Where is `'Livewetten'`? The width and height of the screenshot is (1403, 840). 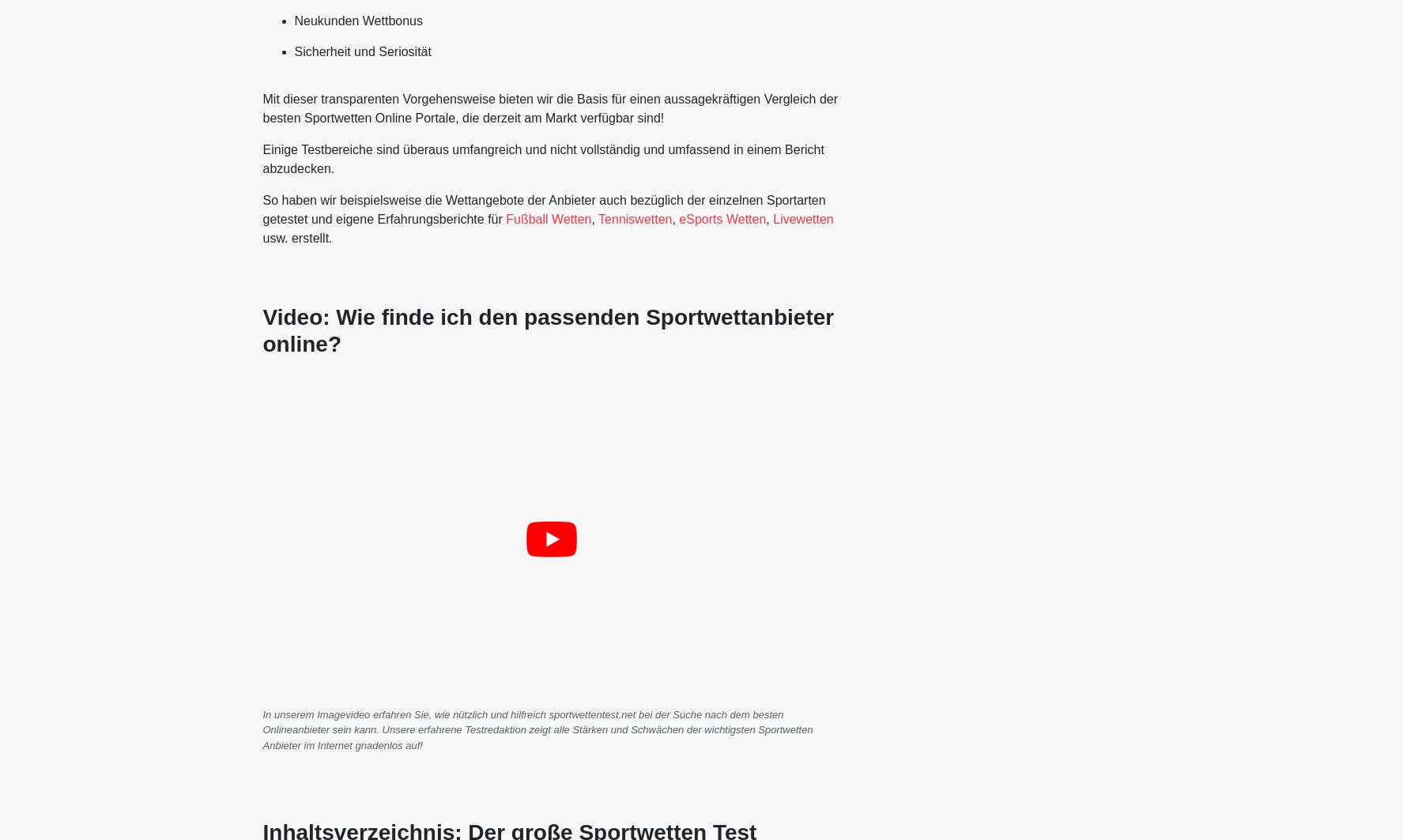 'Livewetten' is located at coordinates (802, 219).